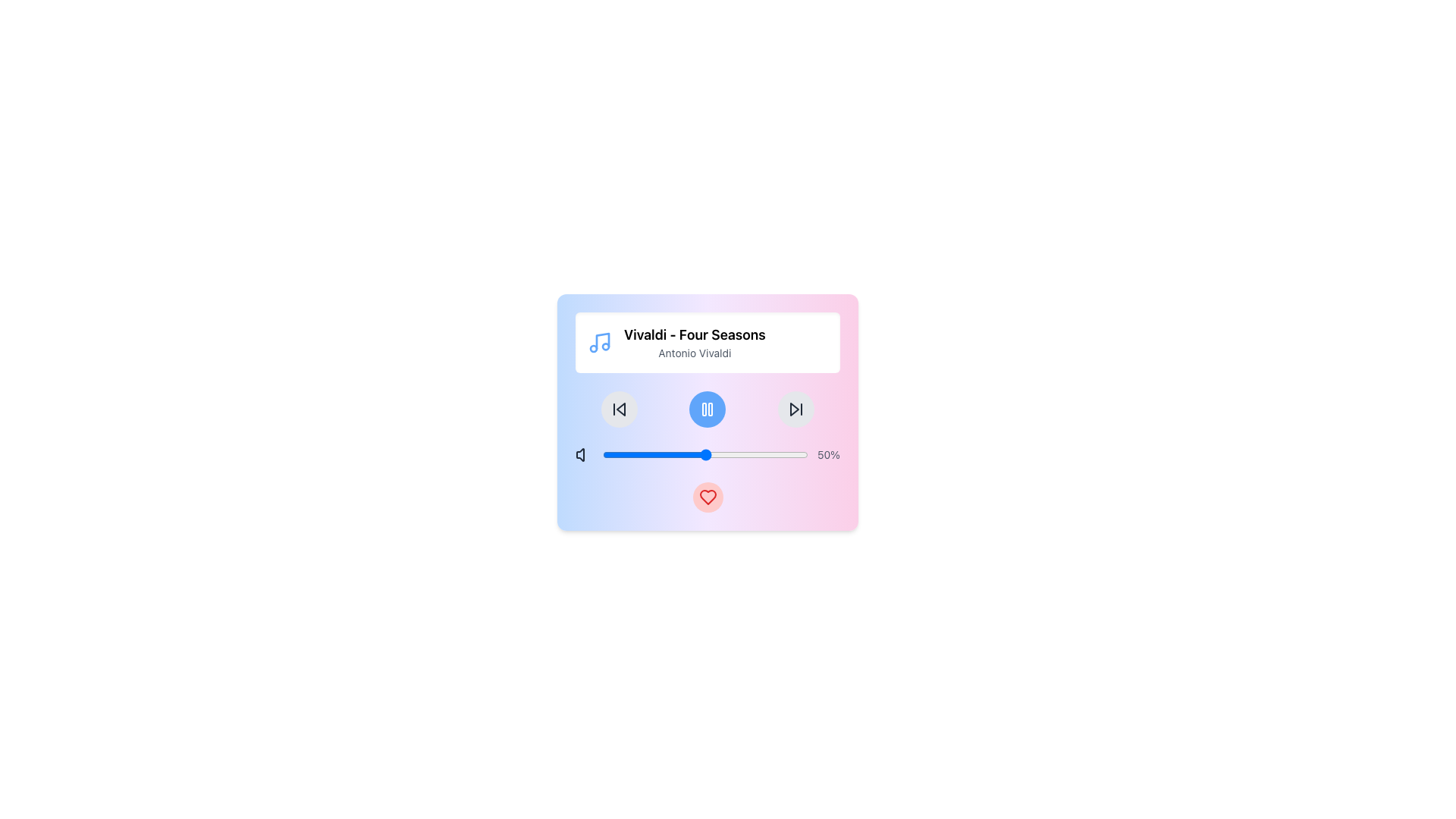 The image size is (1456, 819). I want to click on the dark gray triangular button located to the left of the circular pause button to initiate the skip-back action, so click(621, 409).